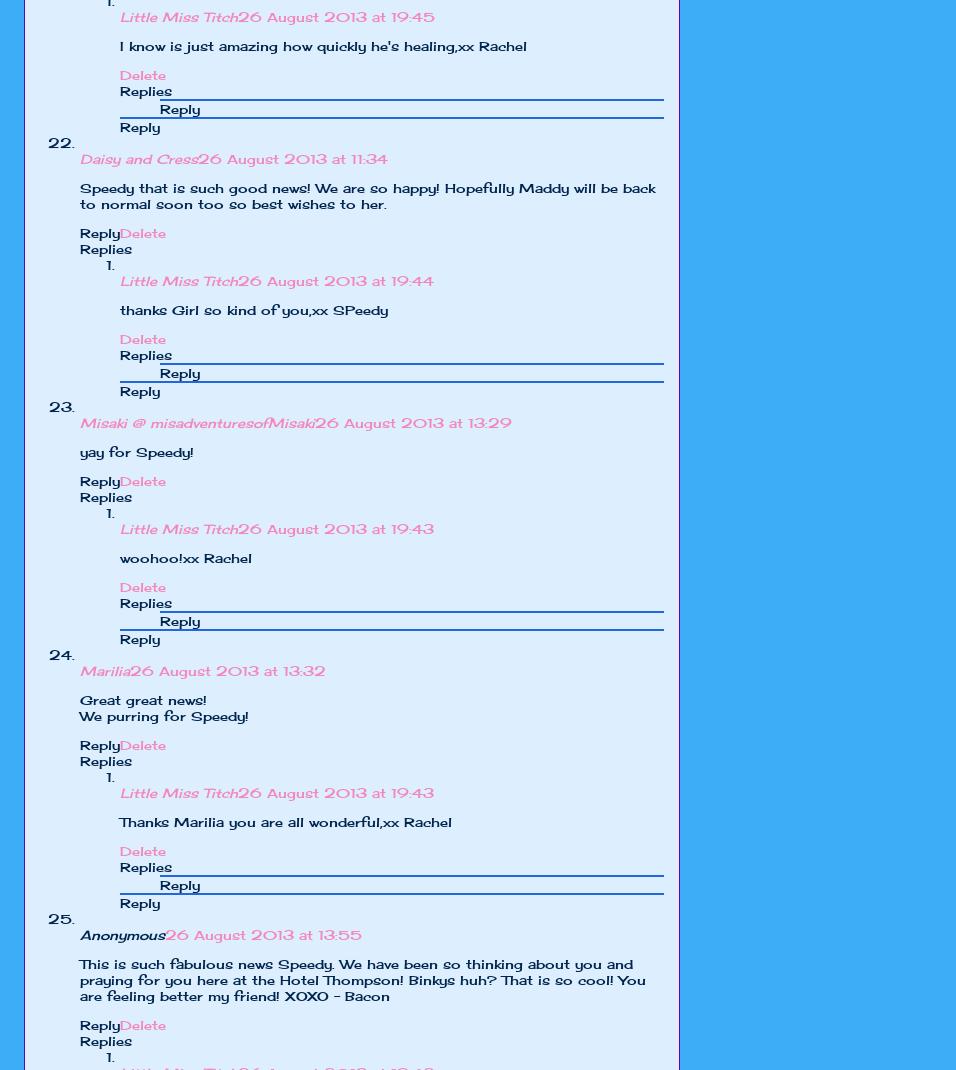  Describe the element at coordinates (79, 670) in the screenshot. I see `'Marilia'` at that location.